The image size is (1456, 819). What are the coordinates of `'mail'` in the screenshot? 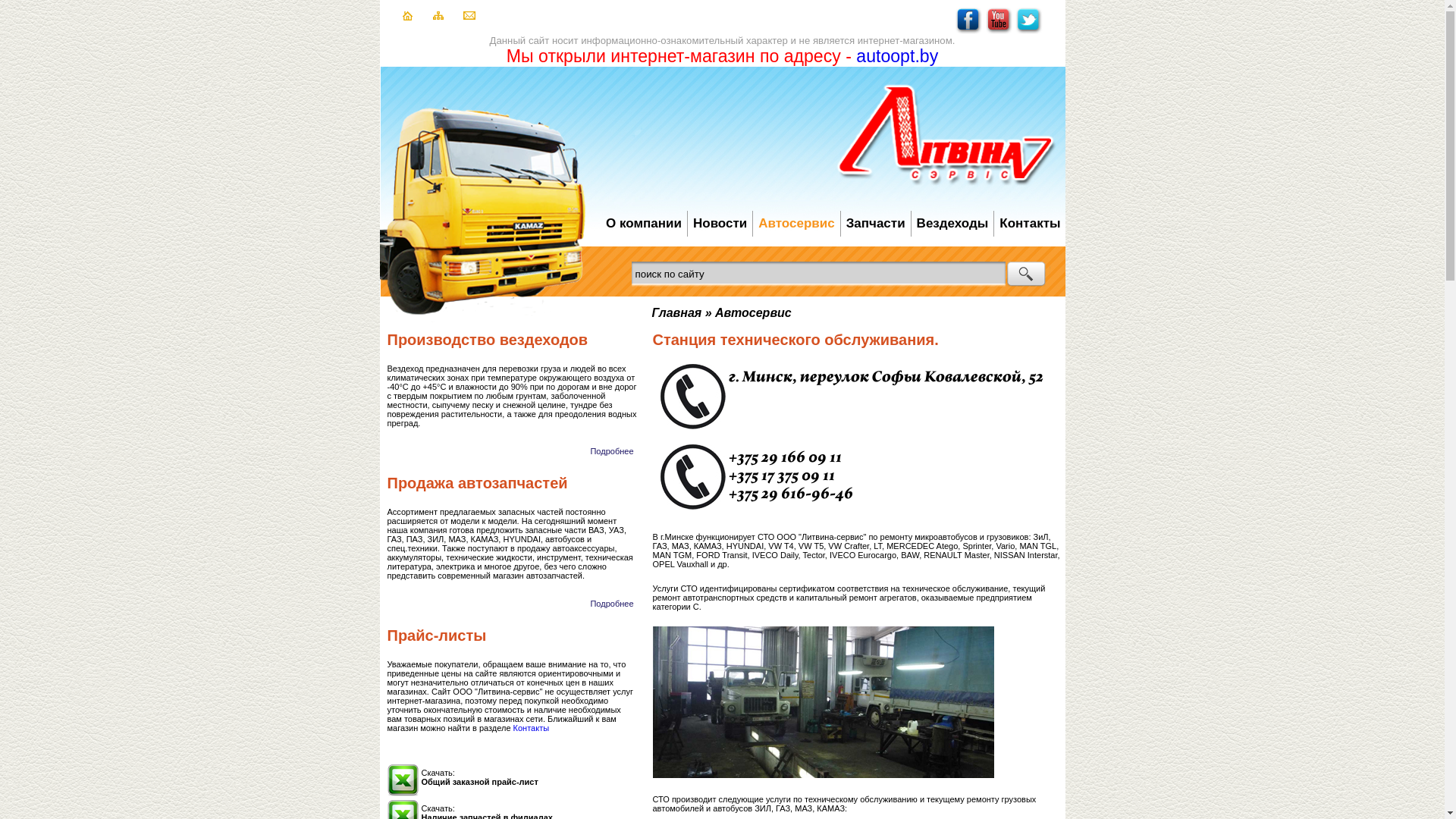 It's located at (461, 17).